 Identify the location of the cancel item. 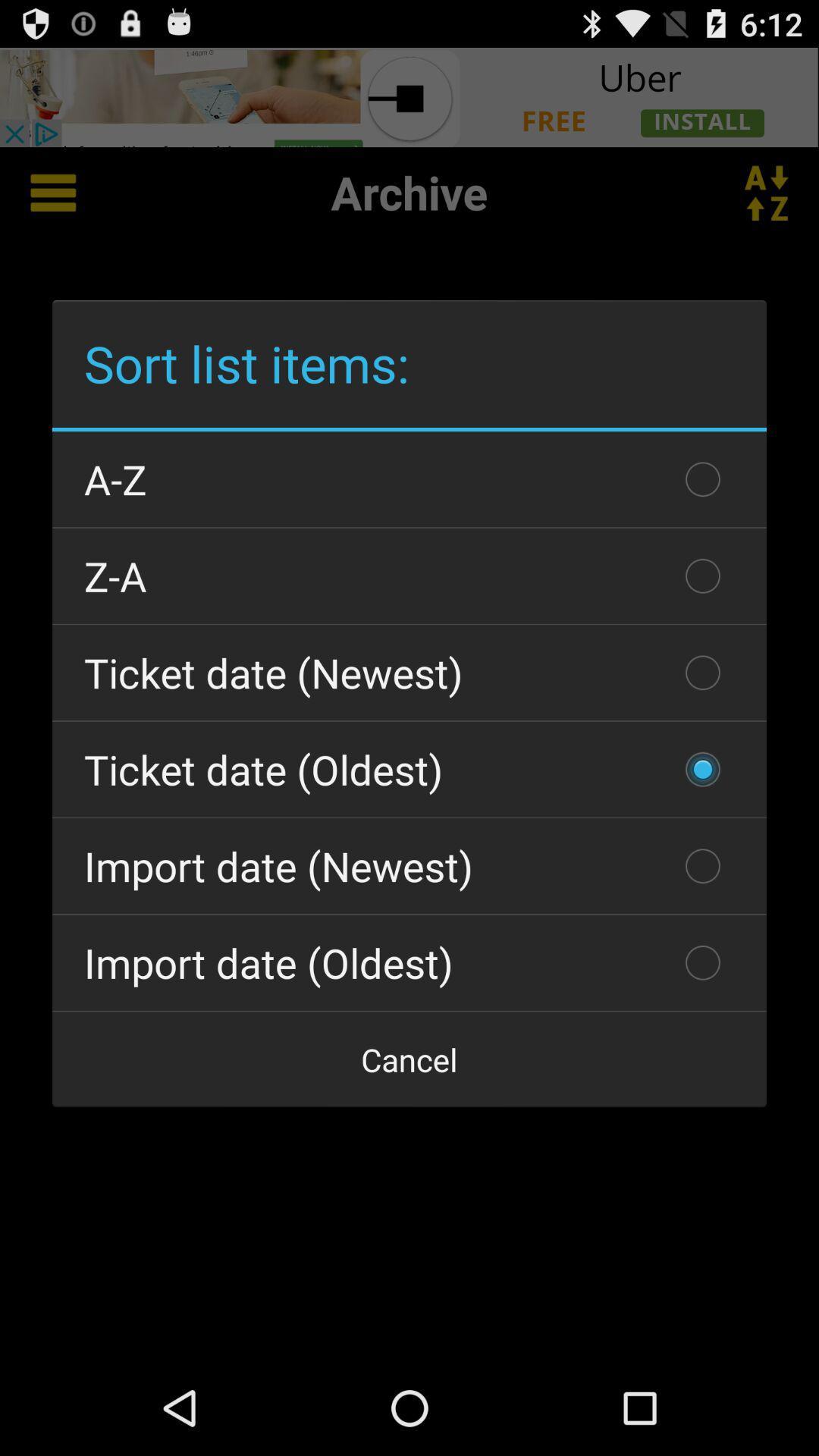
(409, 1059).